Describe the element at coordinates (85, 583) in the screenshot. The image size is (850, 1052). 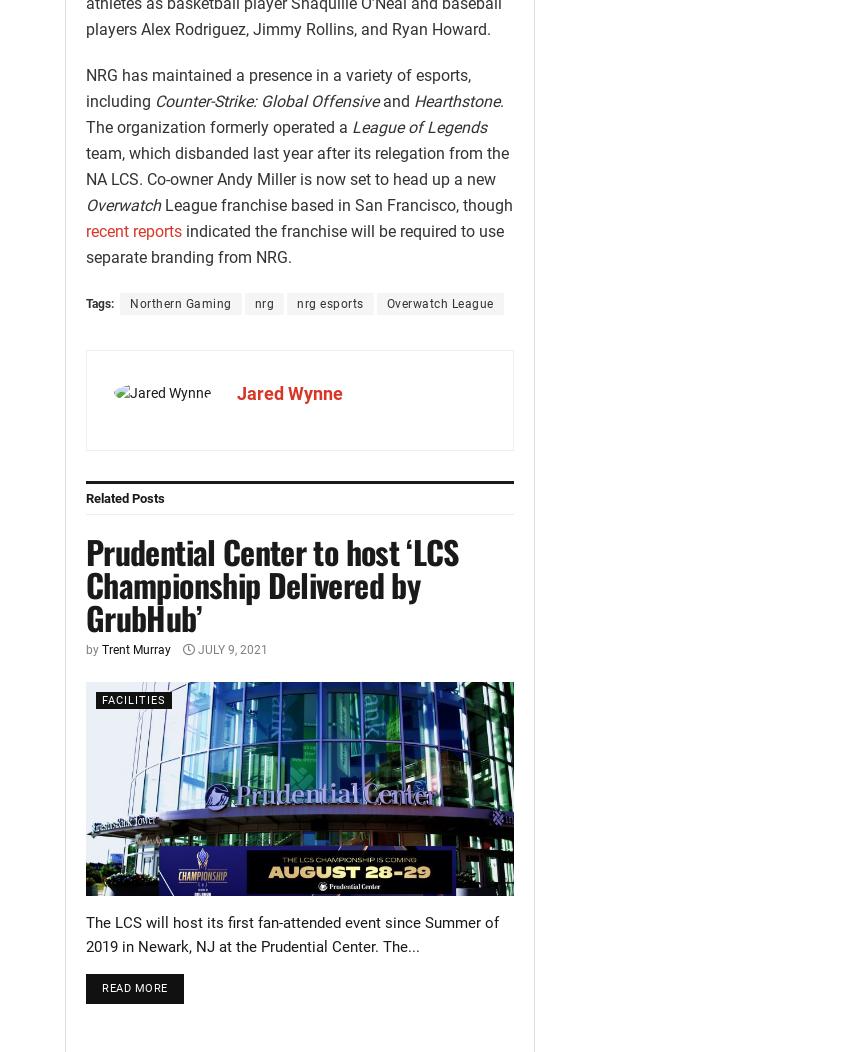
I see `'Prudential Center to host ‘LCS Championship Delivered by GrubHub’'` at that location.